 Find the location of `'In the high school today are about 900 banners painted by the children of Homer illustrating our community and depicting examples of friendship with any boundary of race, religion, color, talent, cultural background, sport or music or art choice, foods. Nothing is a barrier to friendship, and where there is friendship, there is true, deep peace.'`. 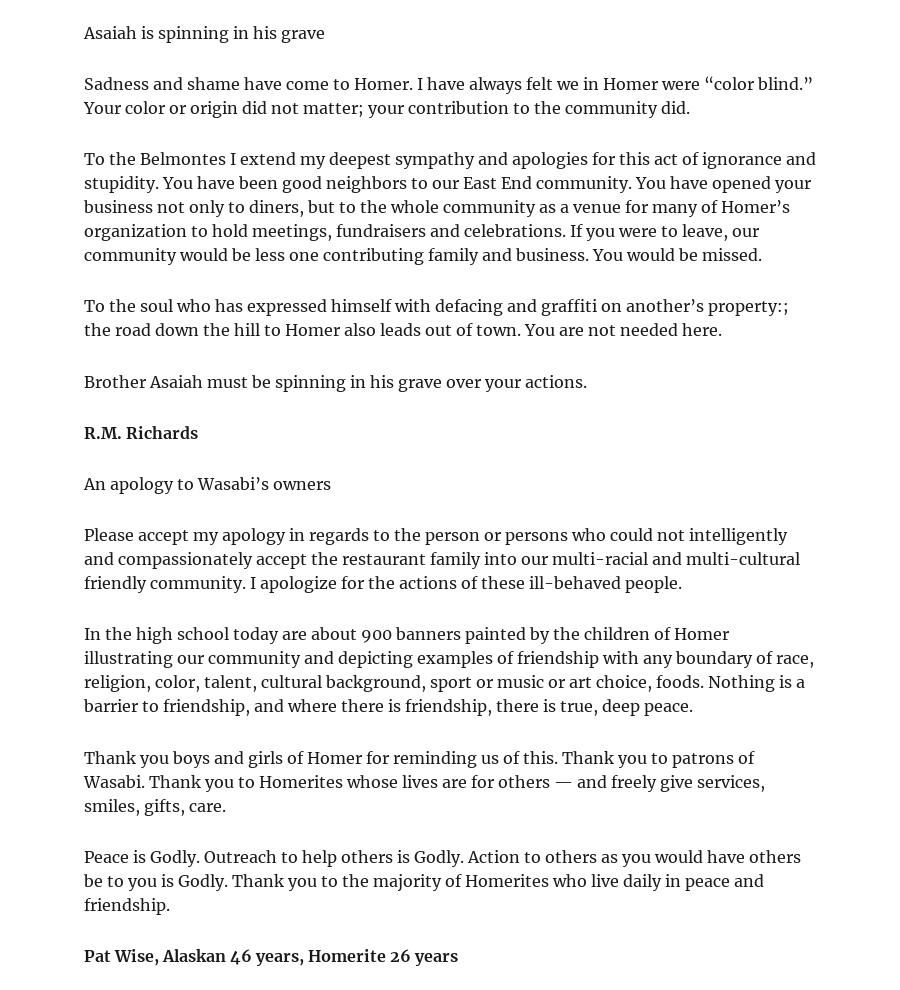

'In the high school today are about 900 banners painted by the children of Homer illustrating our community and depicting examples of friendship with any boundary of race, religion, color, talent, cultural background, sport or music or art choice, foods. Nothing is a barrier to friendship, and where there is friendship, there is true, deep peace.' is located at coordinates (449, 670).